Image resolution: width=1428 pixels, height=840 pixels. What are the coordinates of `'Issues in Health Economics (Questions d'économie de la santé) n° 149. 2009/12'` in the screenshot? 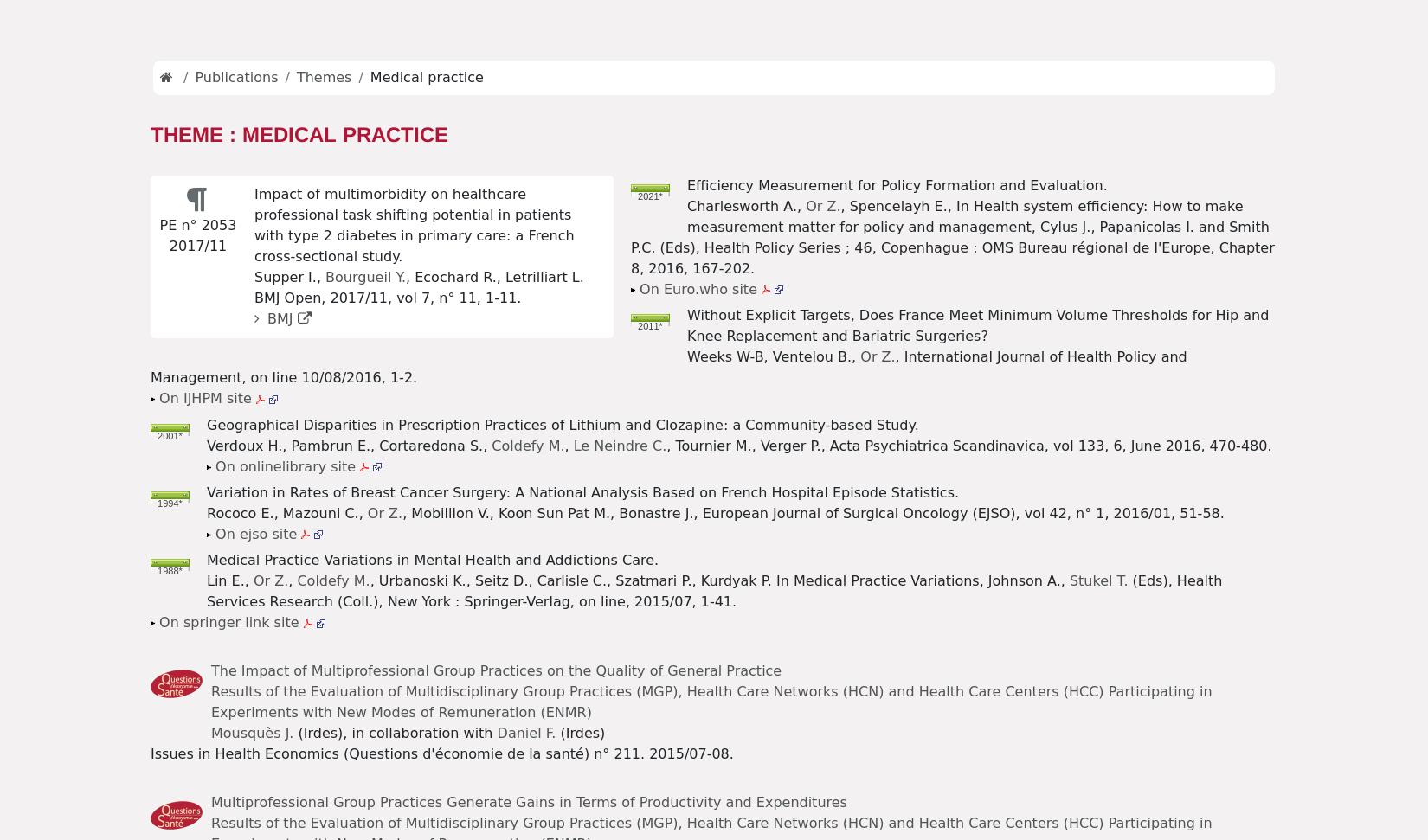 It's located at (487, 89).